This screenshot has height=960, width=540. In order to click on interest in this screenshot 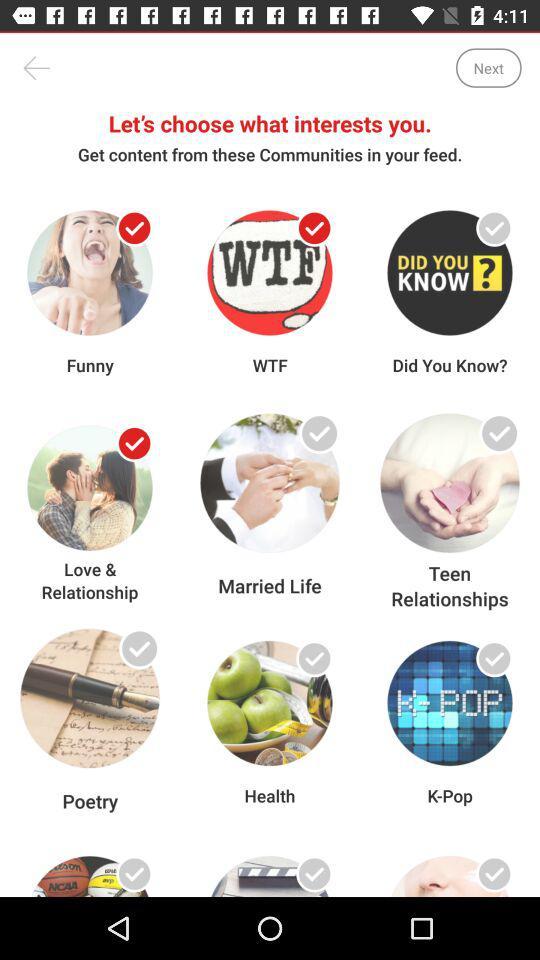, I will do `click(493, 228)`.